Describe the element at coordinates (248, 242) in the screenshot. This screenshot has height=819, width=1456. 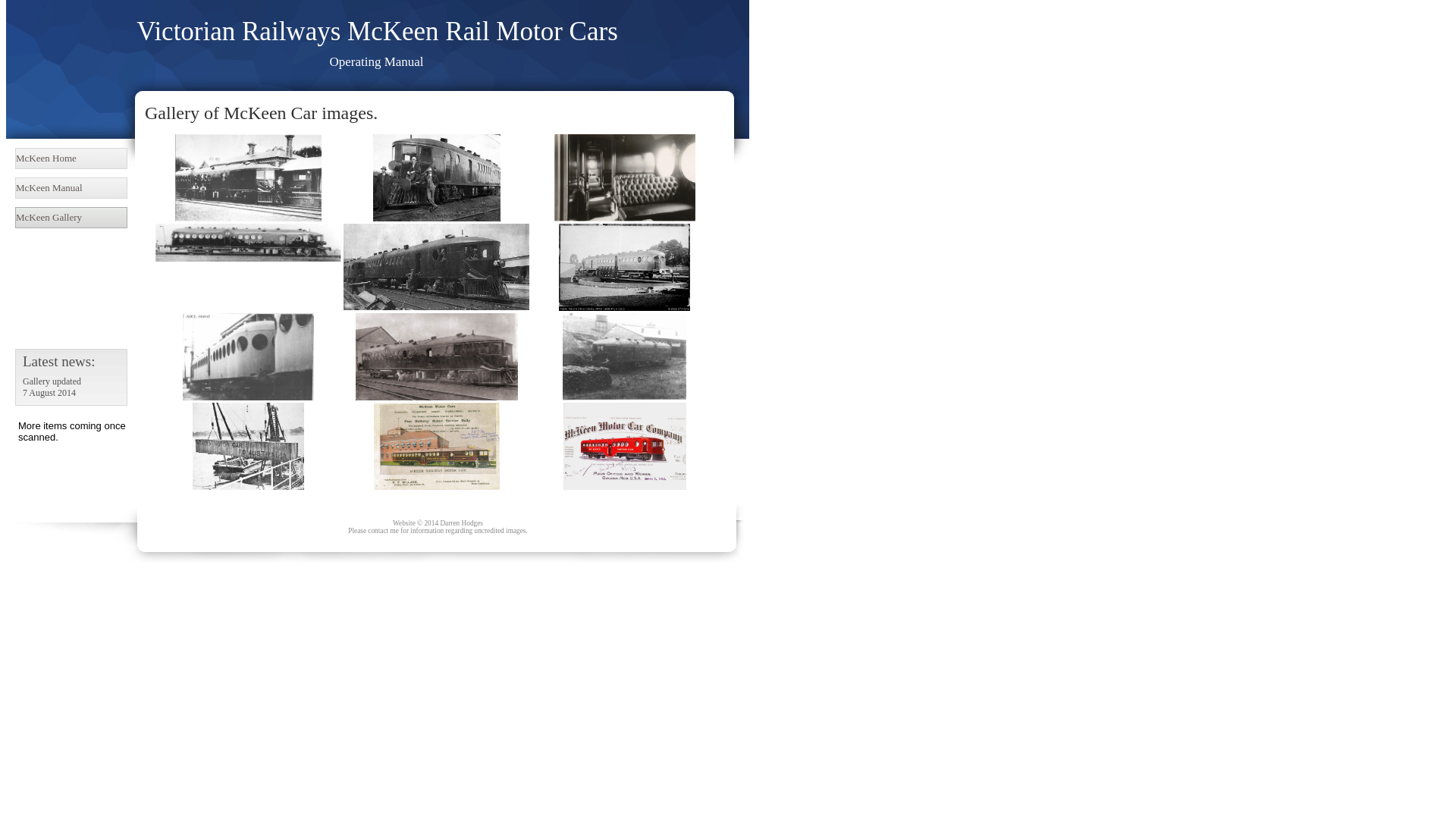
I see `'Side view of No. 2'` at that location.